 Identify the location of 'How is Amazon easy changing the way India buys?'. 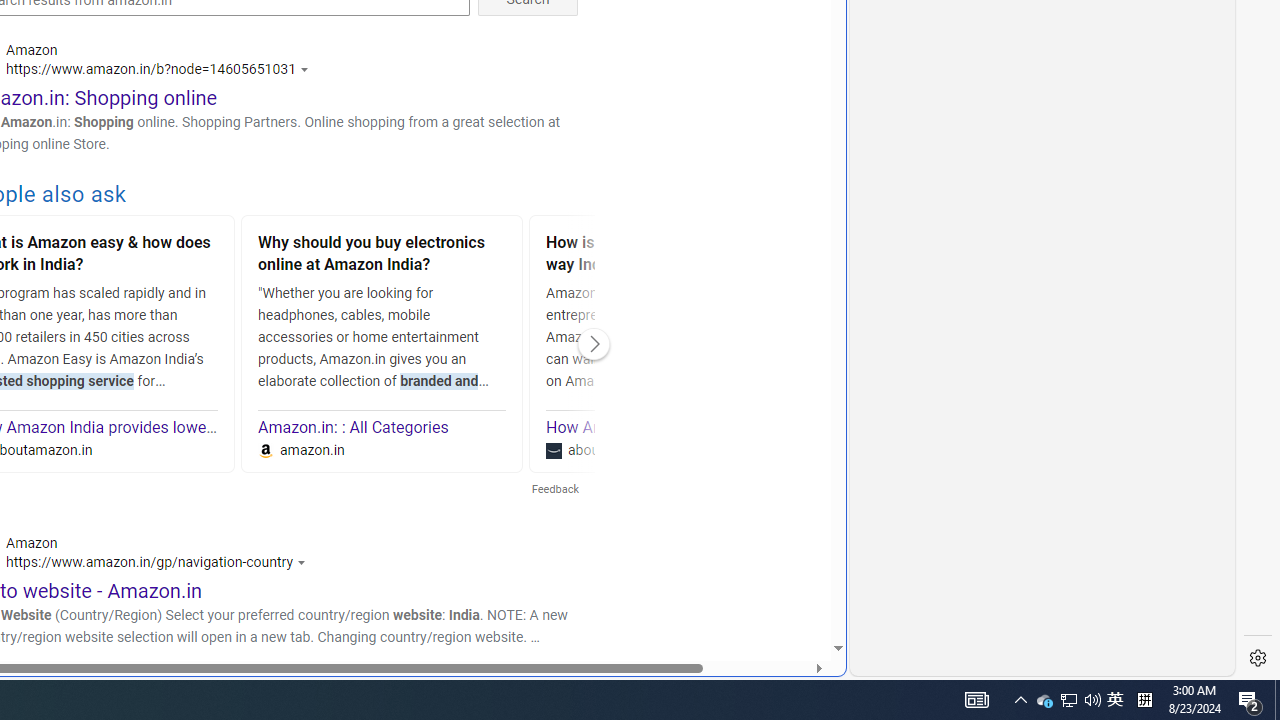
(670, 255).